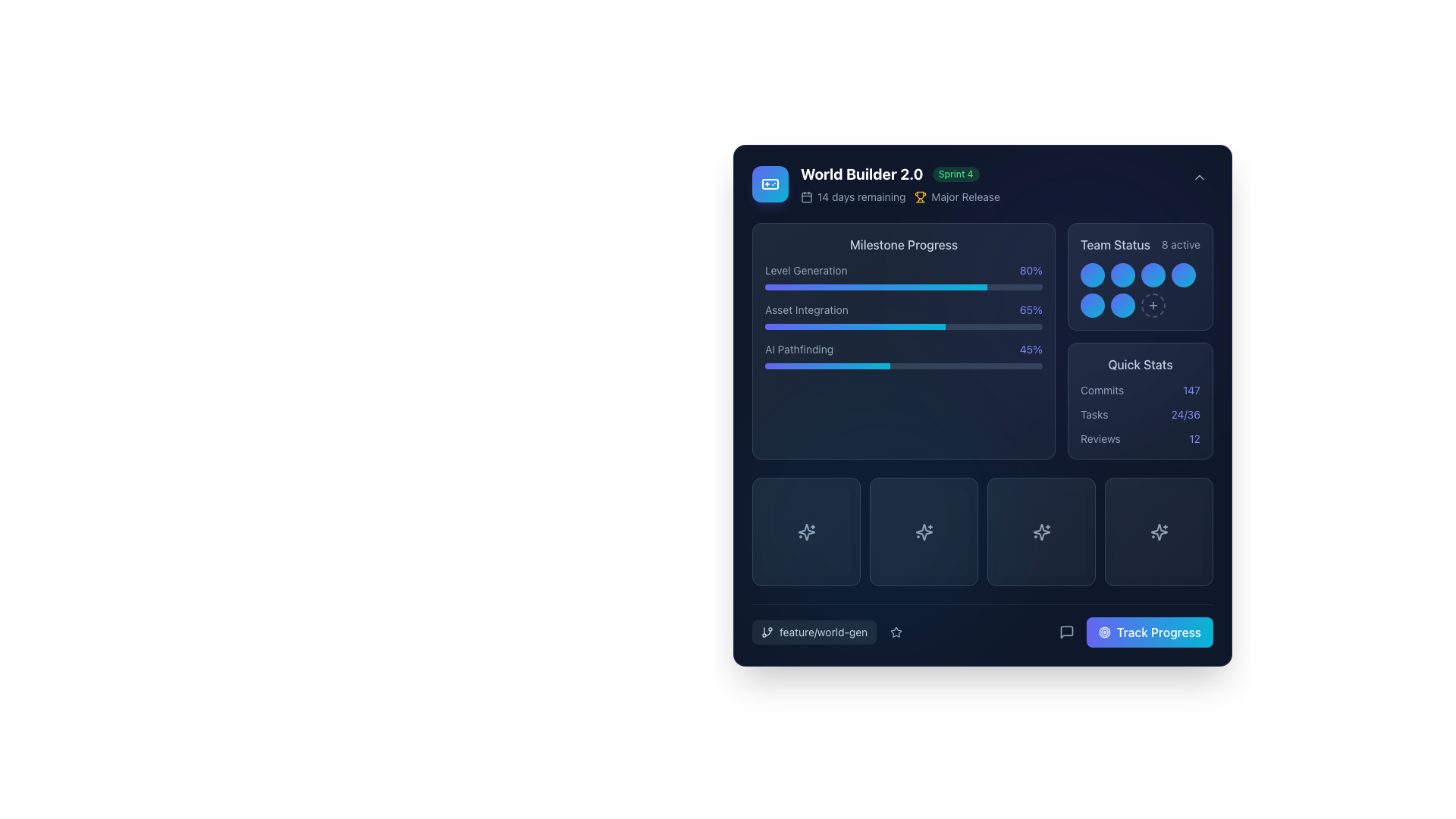 This screenshot has width=1456, height=819. Describe the element at coordinates (903, 287) in the screenshot. I see `the horizontal progress bar located in the 'Milestone Progress' section, directly under the 'Level Generation' text, which has a dark slate background and an indigo to cyan gradient progress indicator` at that location.